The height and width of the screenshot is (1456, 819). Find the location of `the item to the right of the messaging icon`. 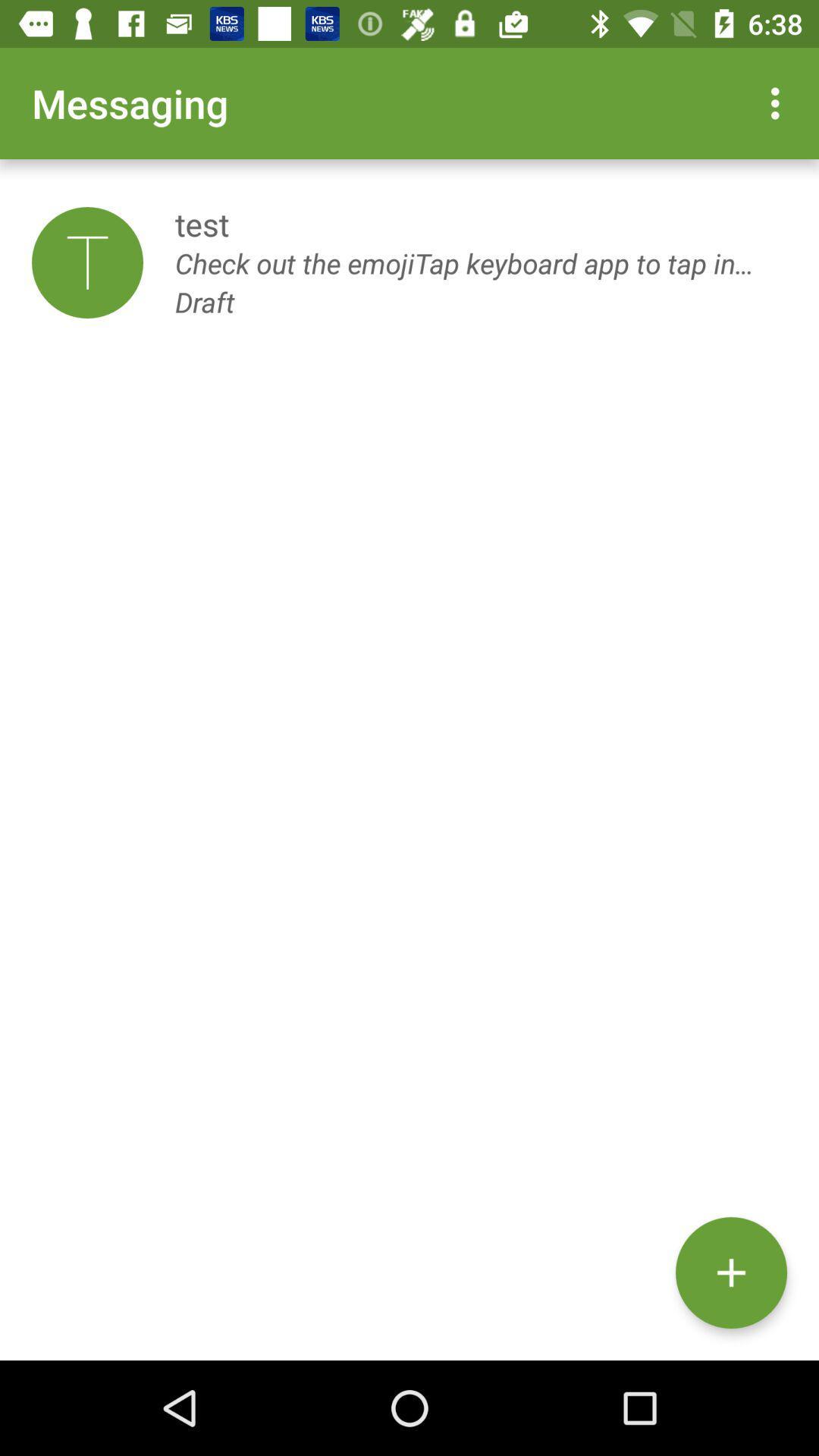

the item to the right of the messaging icon is located at coordinates (779, 102).